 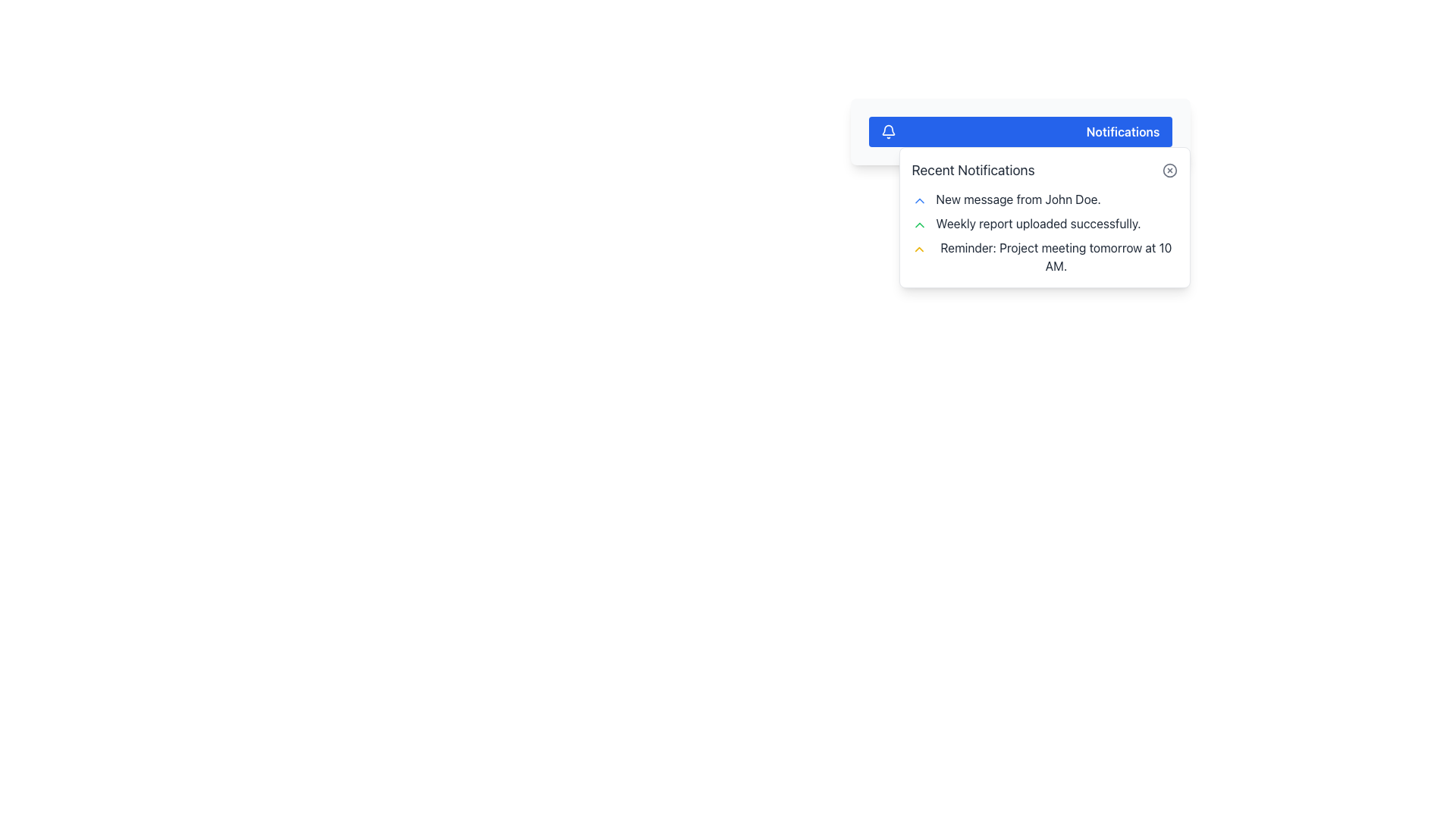 I want to click on message from the text label that reads 'Reminder: Project meeting tomorrow at 10 AM.' which is the third item in a vertical list of notifications in a dropdown menu, so click(x=1055, y=256).